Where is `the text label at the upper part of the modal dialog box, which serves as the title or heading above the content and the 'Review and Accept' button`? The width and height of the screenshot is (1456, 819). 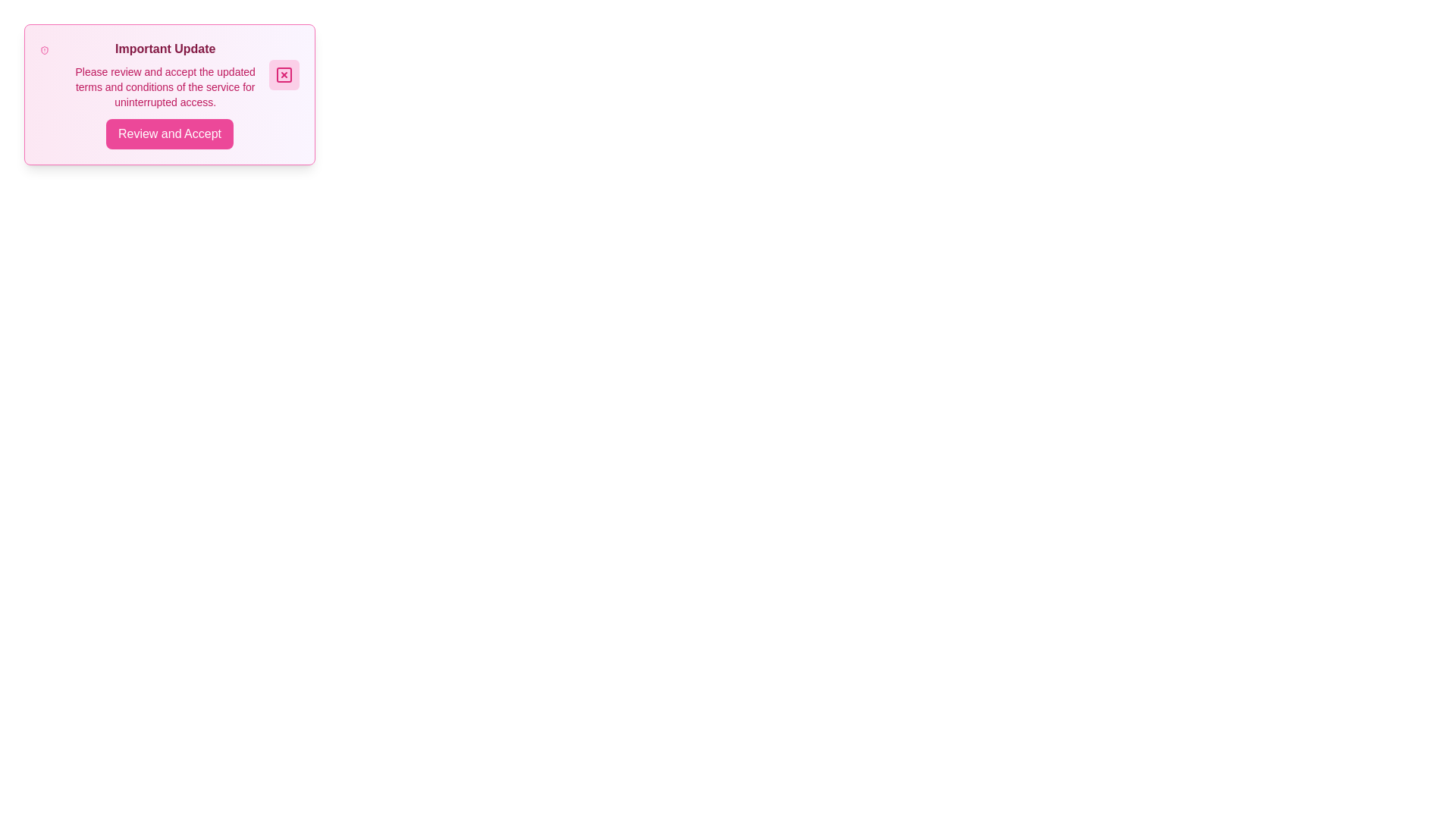 the text label at the upper part of the modal dialog box, which serves as the title or heading above the content and the 'Review and Accept' button is located at coordinates (165, 49).